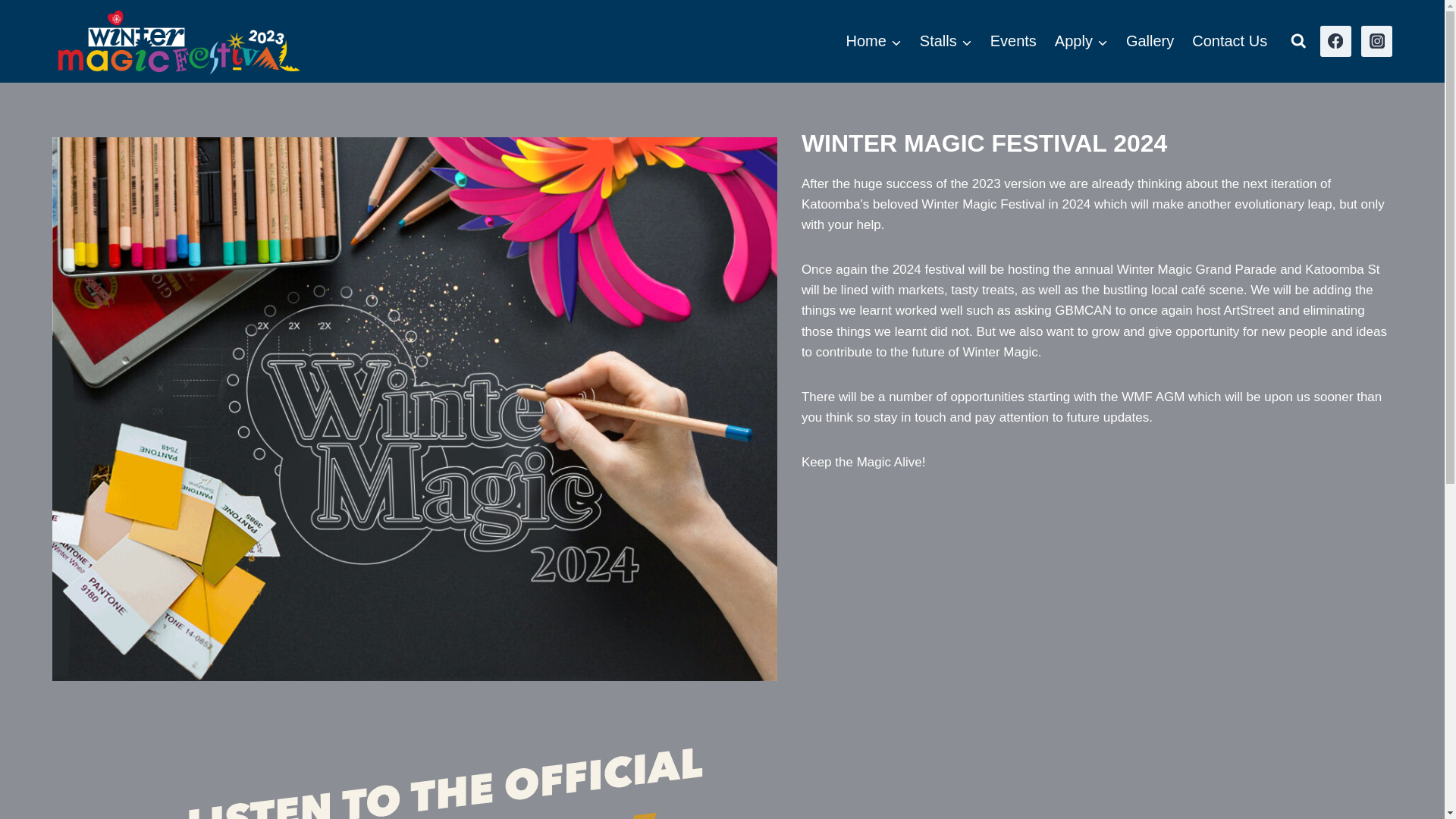  Describe the element at coordinates (910, 40) in the screenshot. I see `'Stalls'` at that location.